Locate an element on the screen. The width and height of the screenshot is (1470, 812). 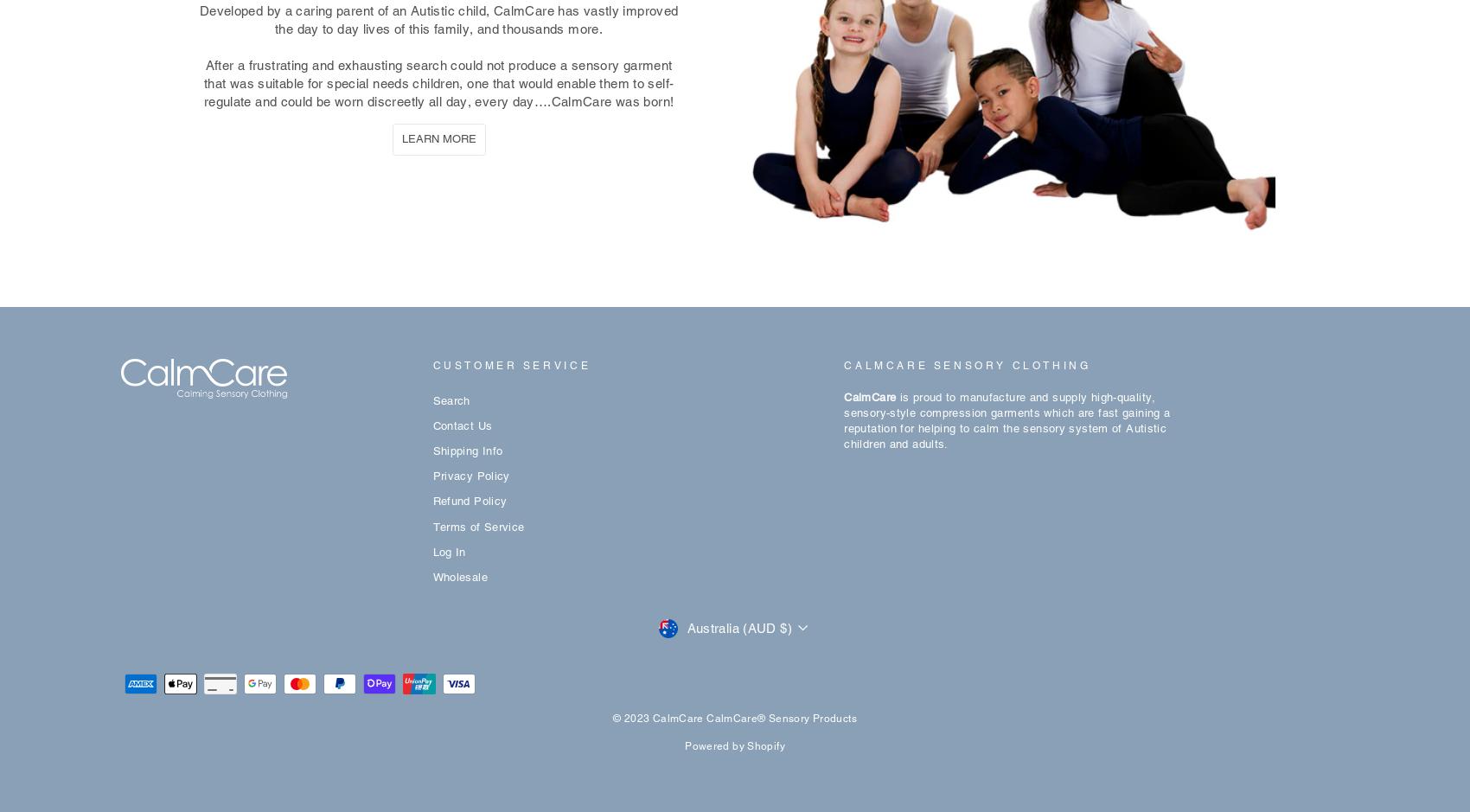
'© 2023 CalmCare
CalmCare® Sensory Products' is located at coordinates (733, 717).